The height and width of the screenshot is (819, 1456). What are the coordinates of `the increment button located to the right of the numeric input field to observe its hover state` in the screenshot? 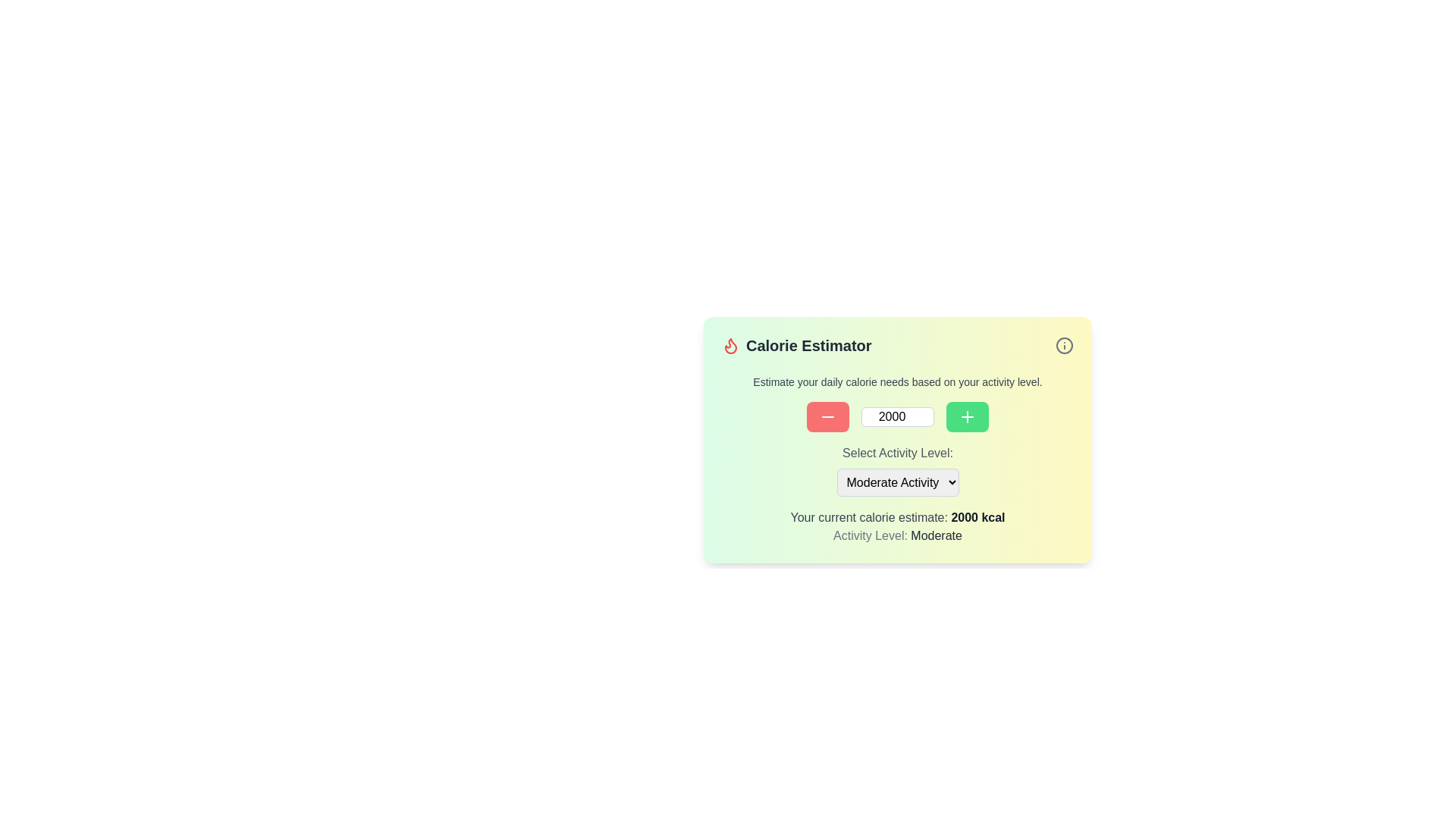 It's located at (967, 417).